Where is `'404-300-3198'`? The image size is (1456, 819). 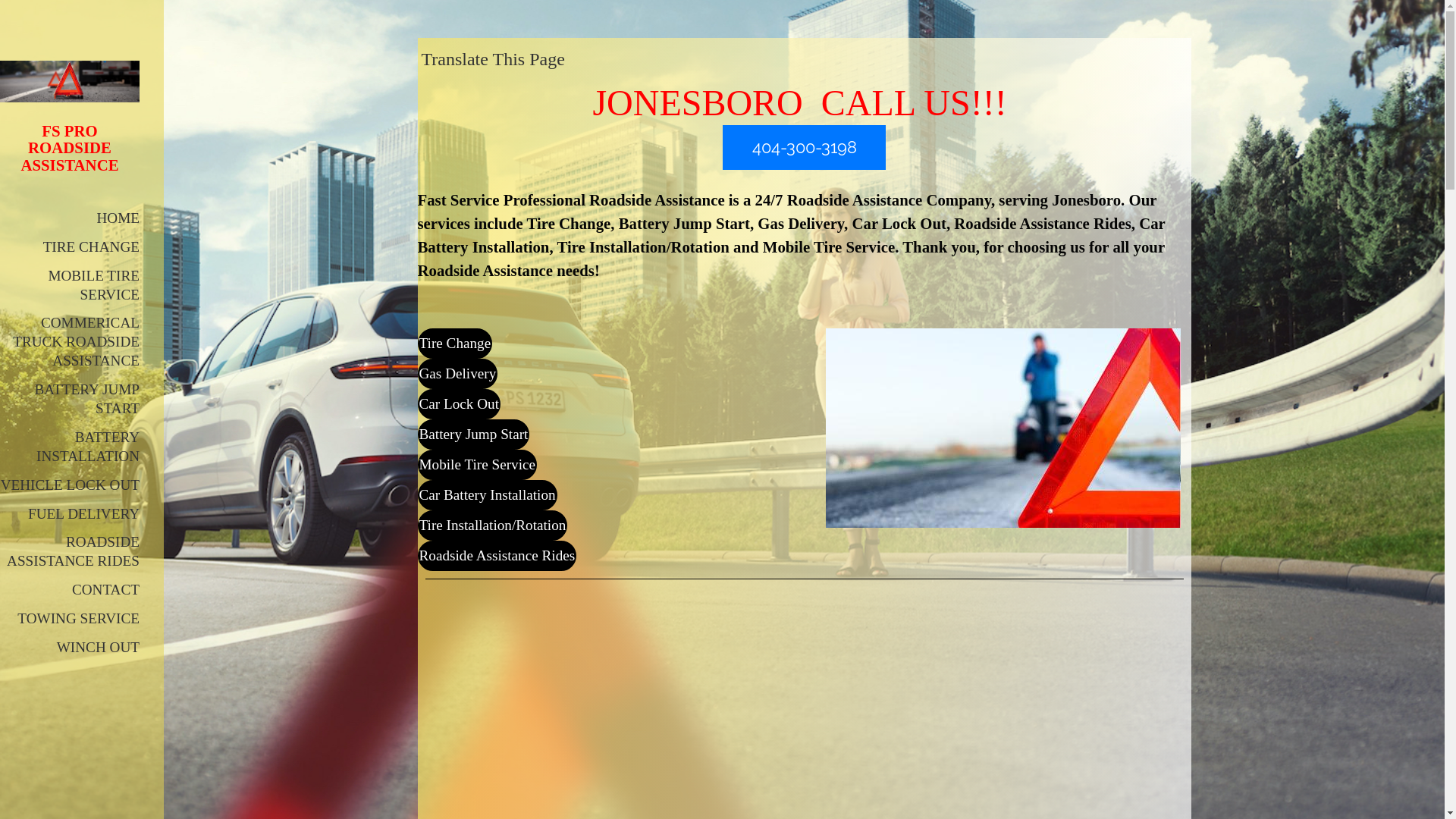
'404-300-3198' is located at coordinates (803, 147).